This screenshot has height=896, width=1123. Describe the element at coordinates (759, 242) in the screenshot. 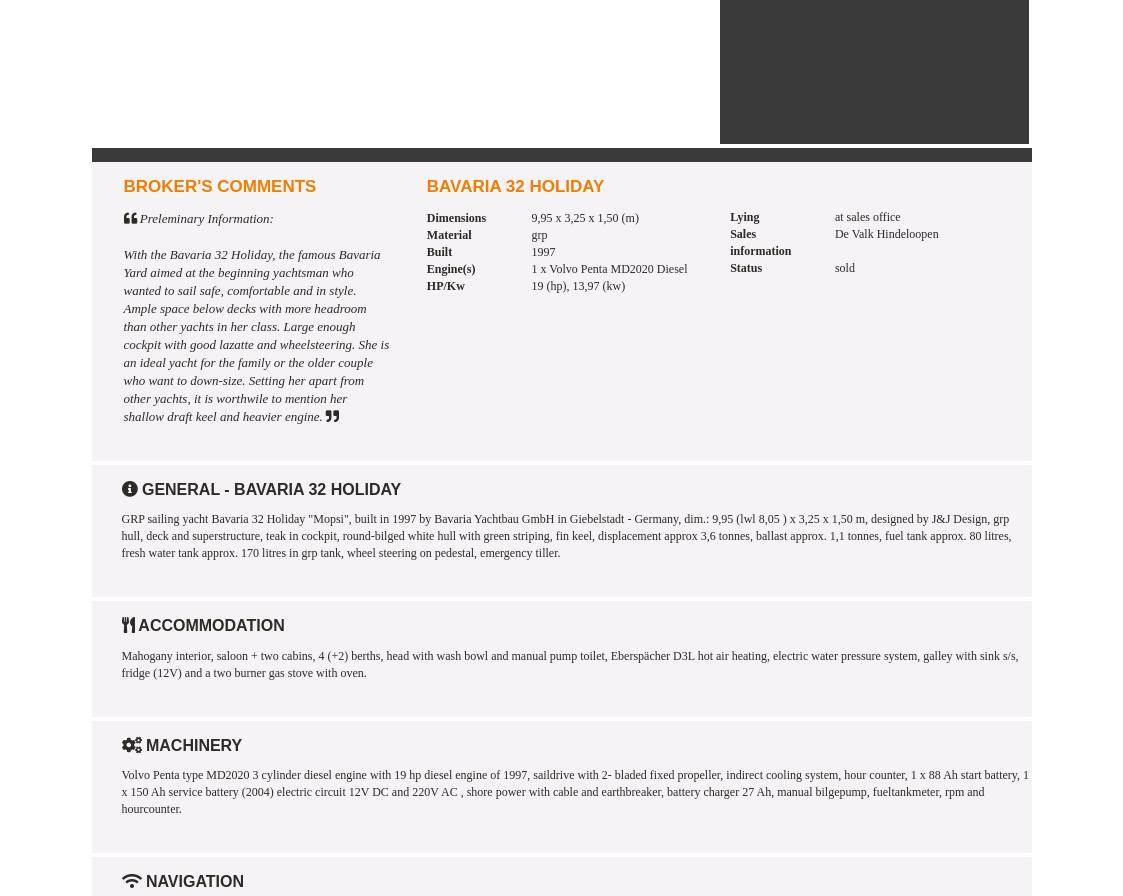

I see `'Sales information'` at that location.